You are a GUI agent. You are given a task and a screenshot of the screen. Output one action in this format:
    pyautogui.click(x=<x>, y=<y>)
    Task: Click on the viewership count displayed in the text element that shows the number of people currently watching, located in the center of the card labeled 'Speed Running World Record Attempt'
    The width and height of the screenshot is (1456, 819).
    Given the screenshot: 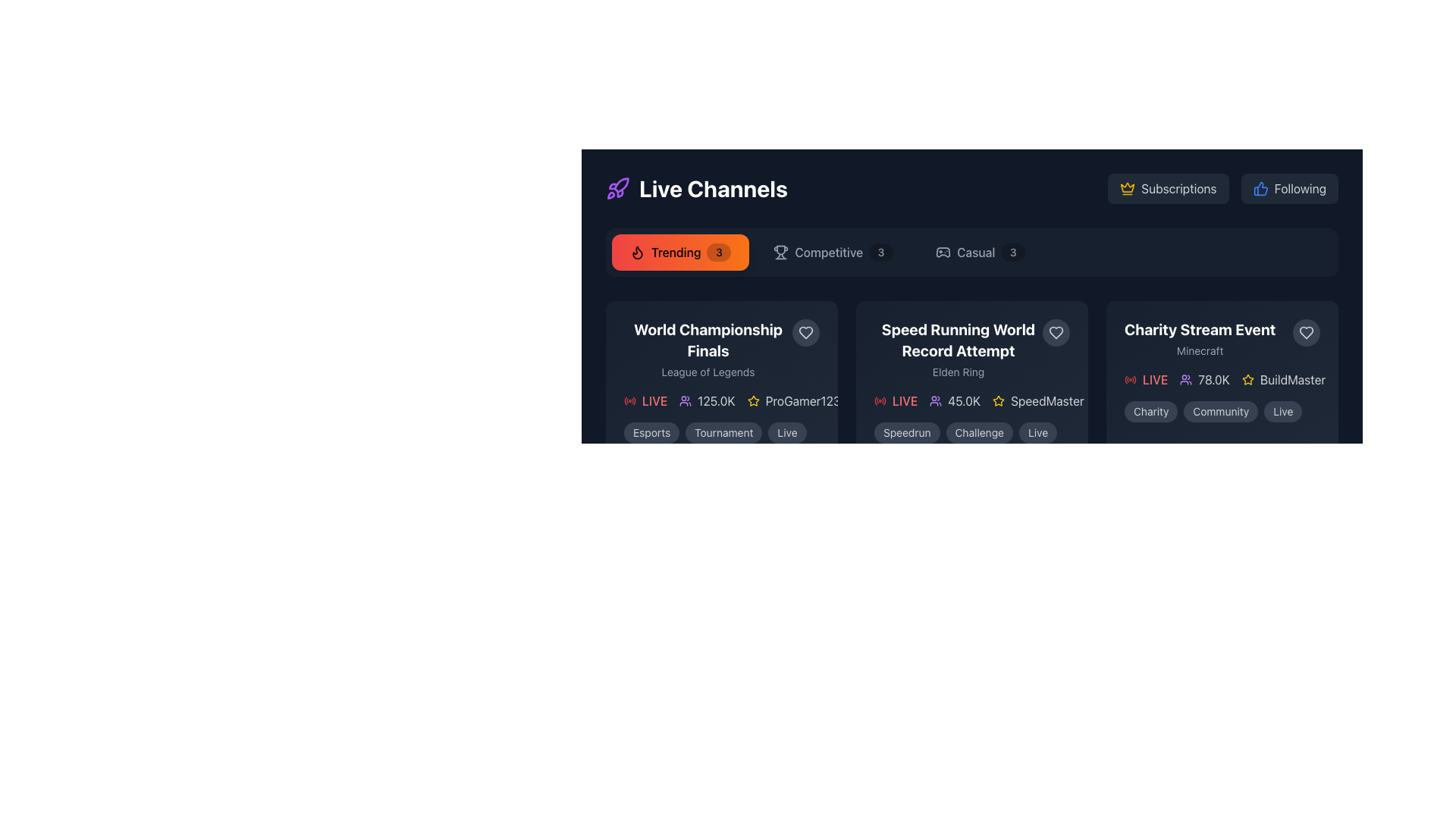 What is the action you would take?
    pyautogui.click(x=954, y=400)
    